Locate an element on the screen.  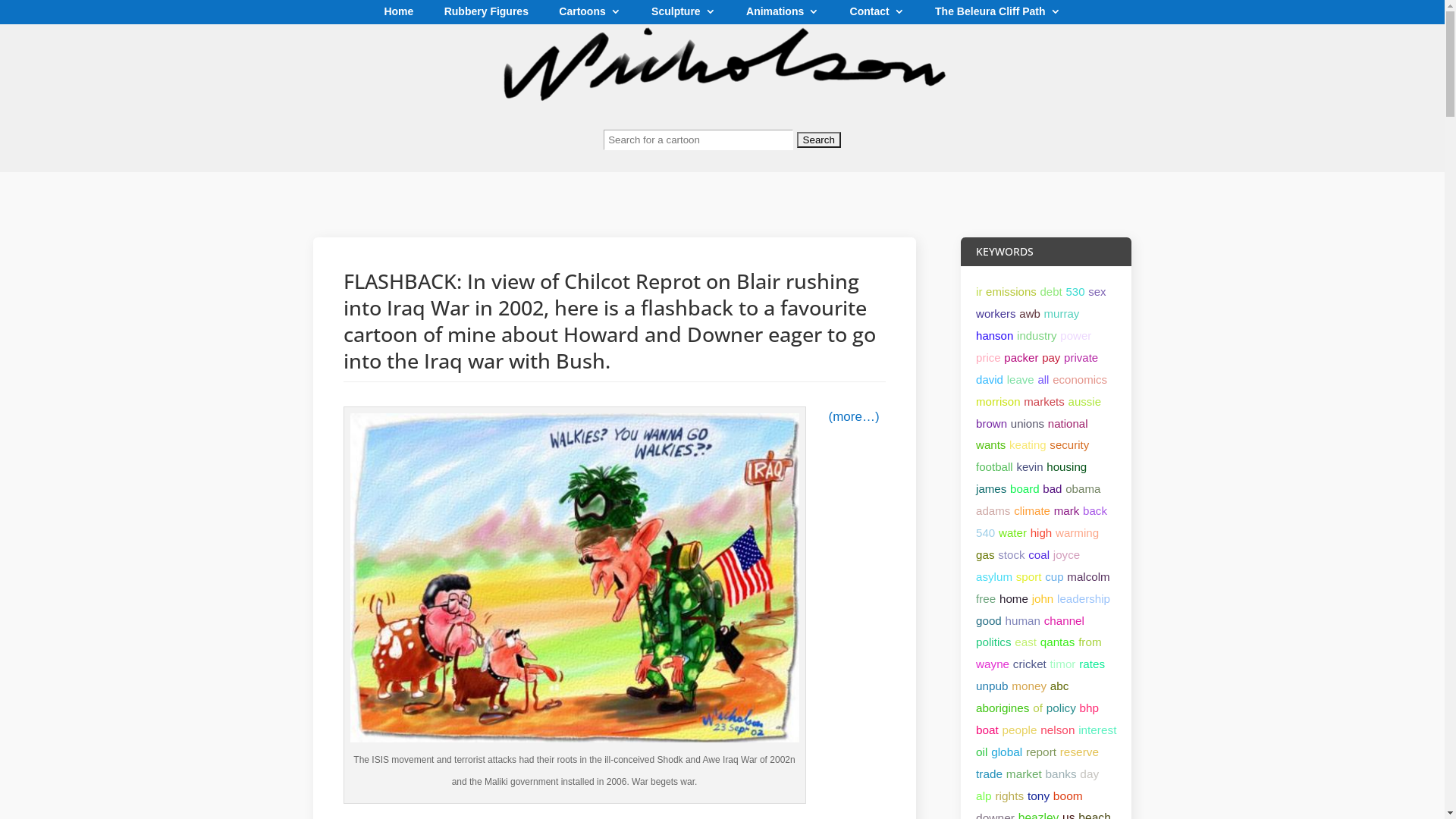
'joyce' is located at coordinates (1052, 554).